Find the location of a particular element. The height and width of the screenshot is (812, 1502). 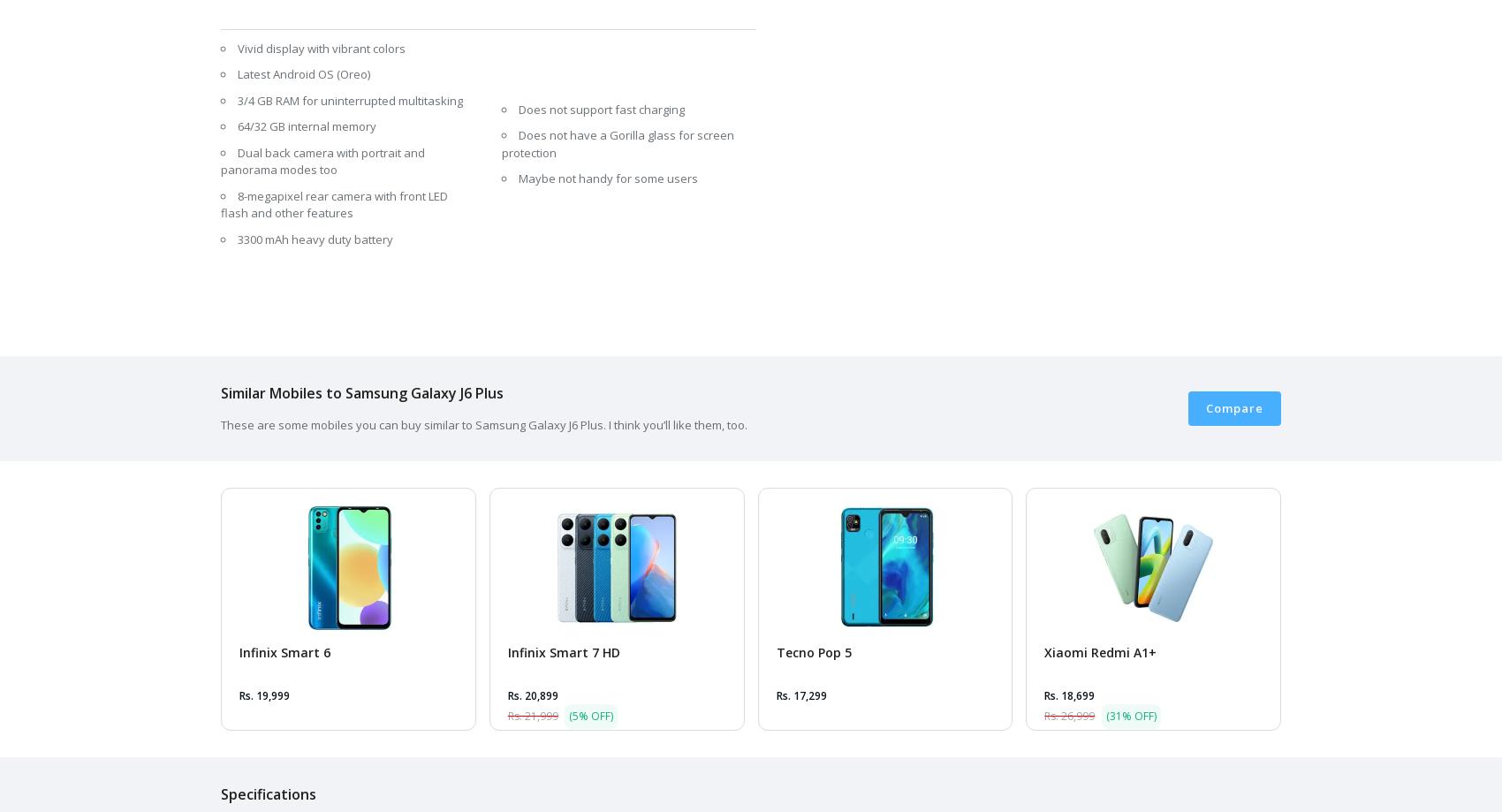

'Vivid display with vibrant colors' is located at coordinates (320, 48).